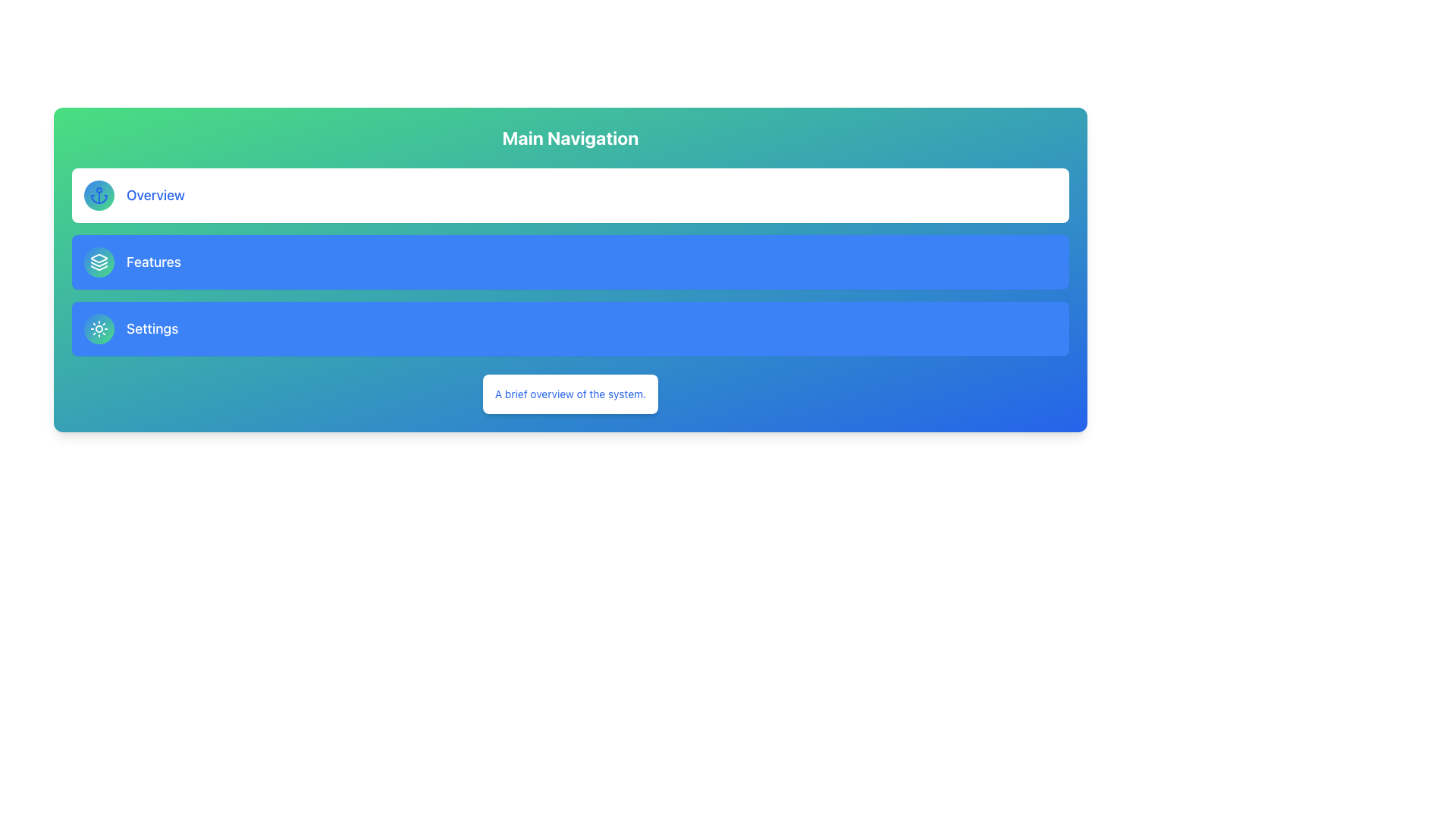  I want to click on the 'Settings' icon in the navigation menu, so click(98, 328).